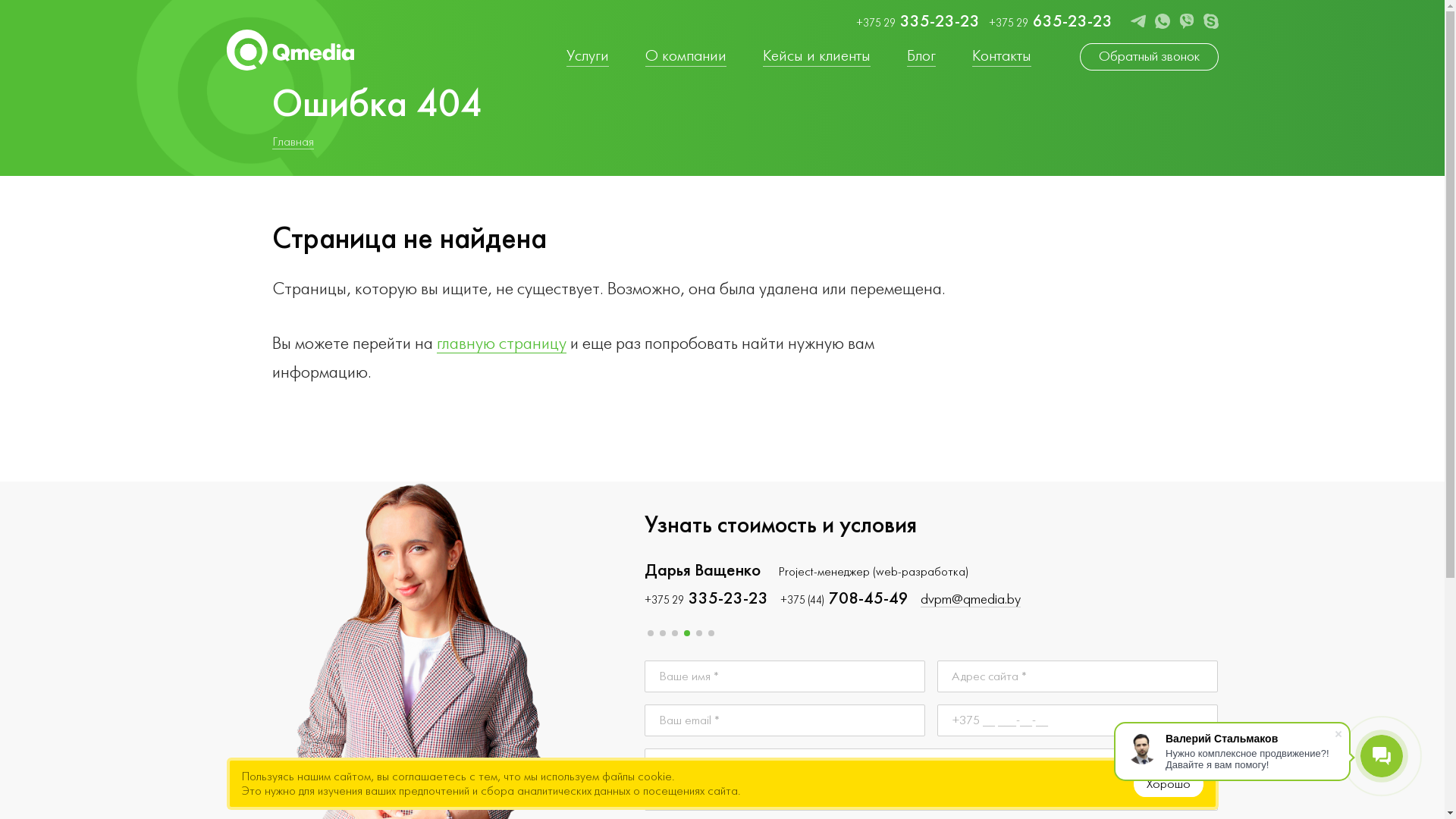 The image size is (1456, 819). I want to click on '+375 29', so click(1279, 598).